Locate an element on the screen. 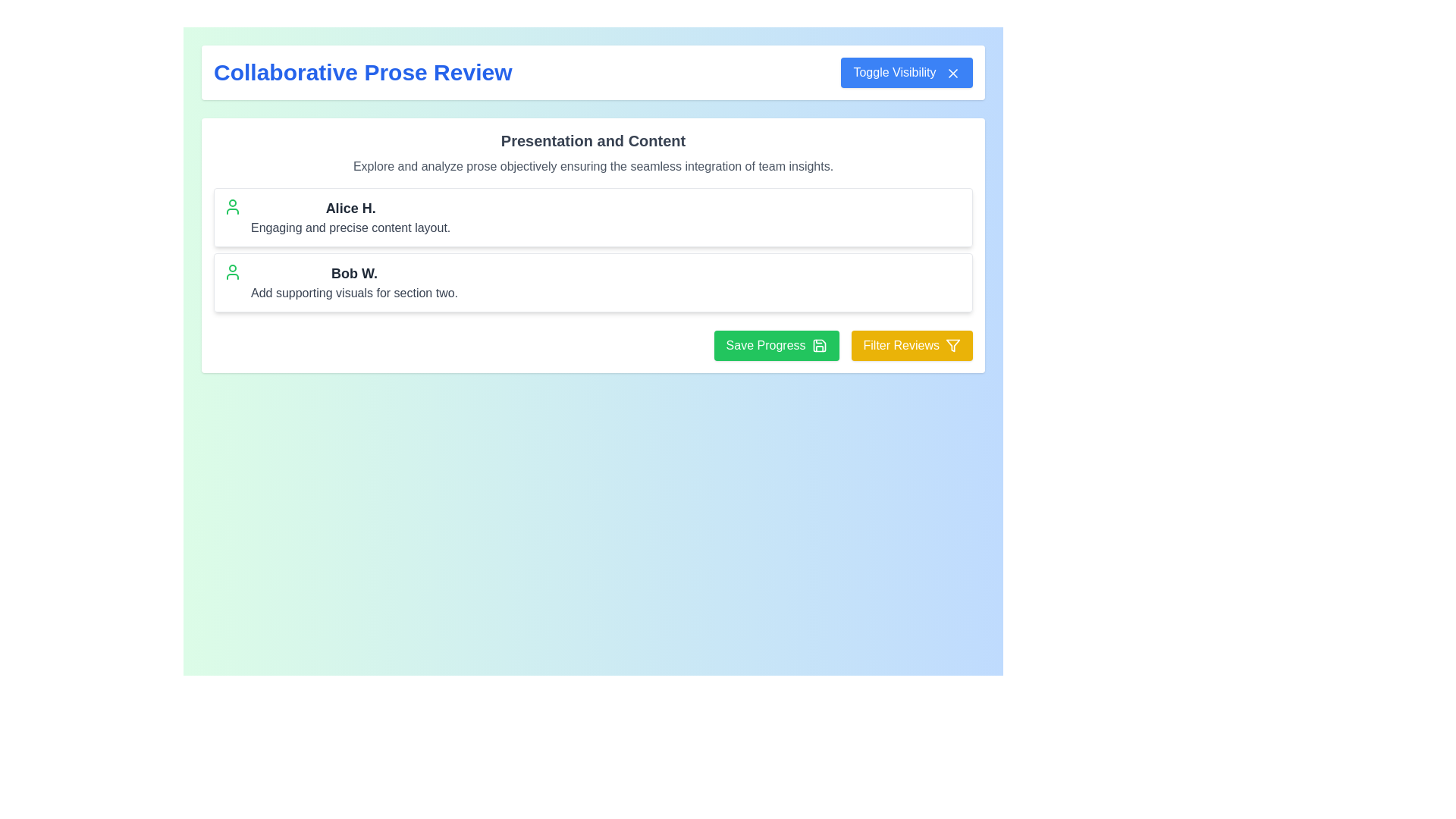 The width and height of the screenshot is (1456, 819). the small 'X' icon styled in a vector graphic format, which is located within the blue rectangular button labeled 'Toggle Visibility' at the top-right corner of the interface is located at coordinates (952, 73).